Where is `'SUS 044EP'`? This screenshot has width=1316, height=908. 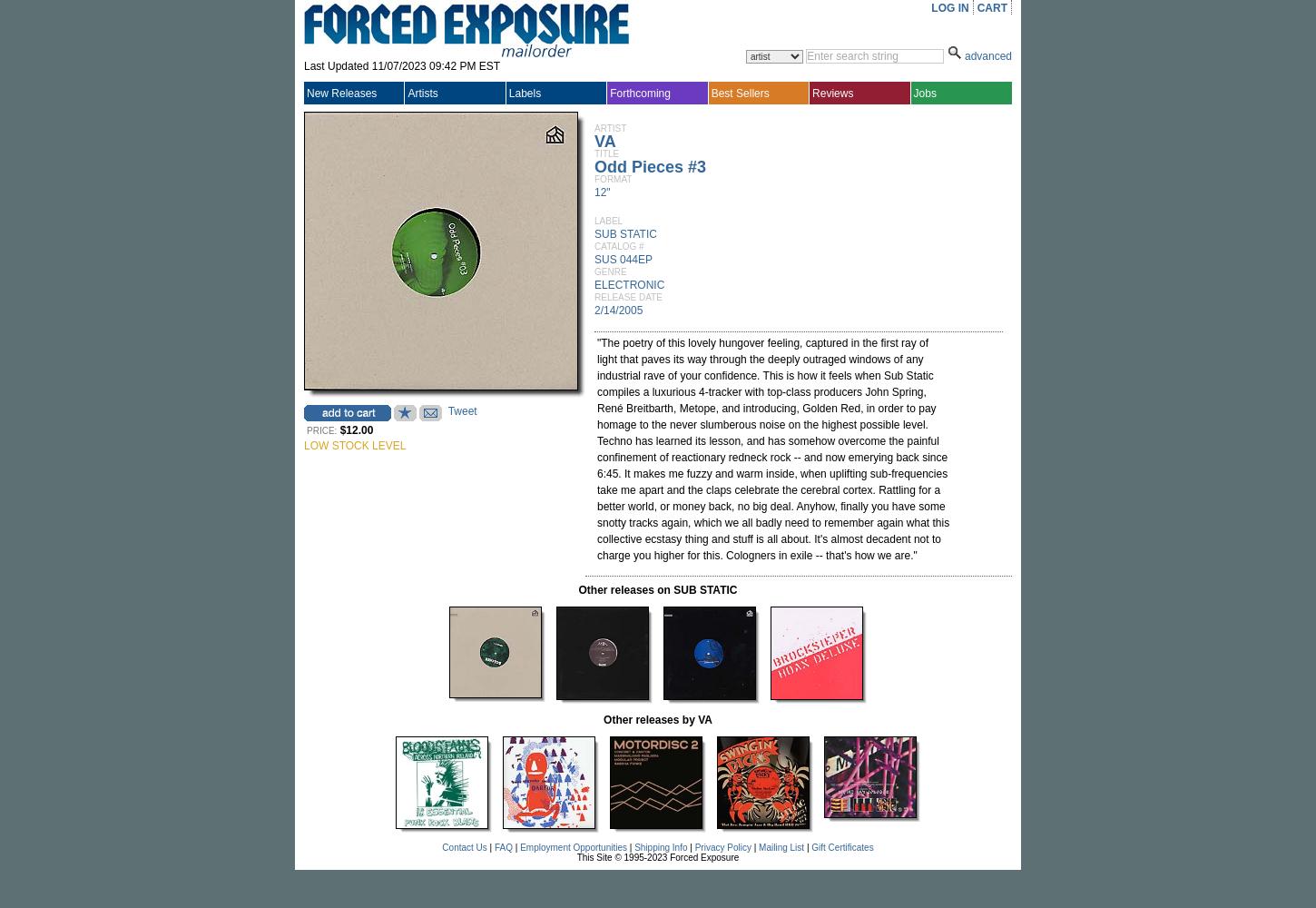
'SUS 044EP' is located at coordinates (623, 260).